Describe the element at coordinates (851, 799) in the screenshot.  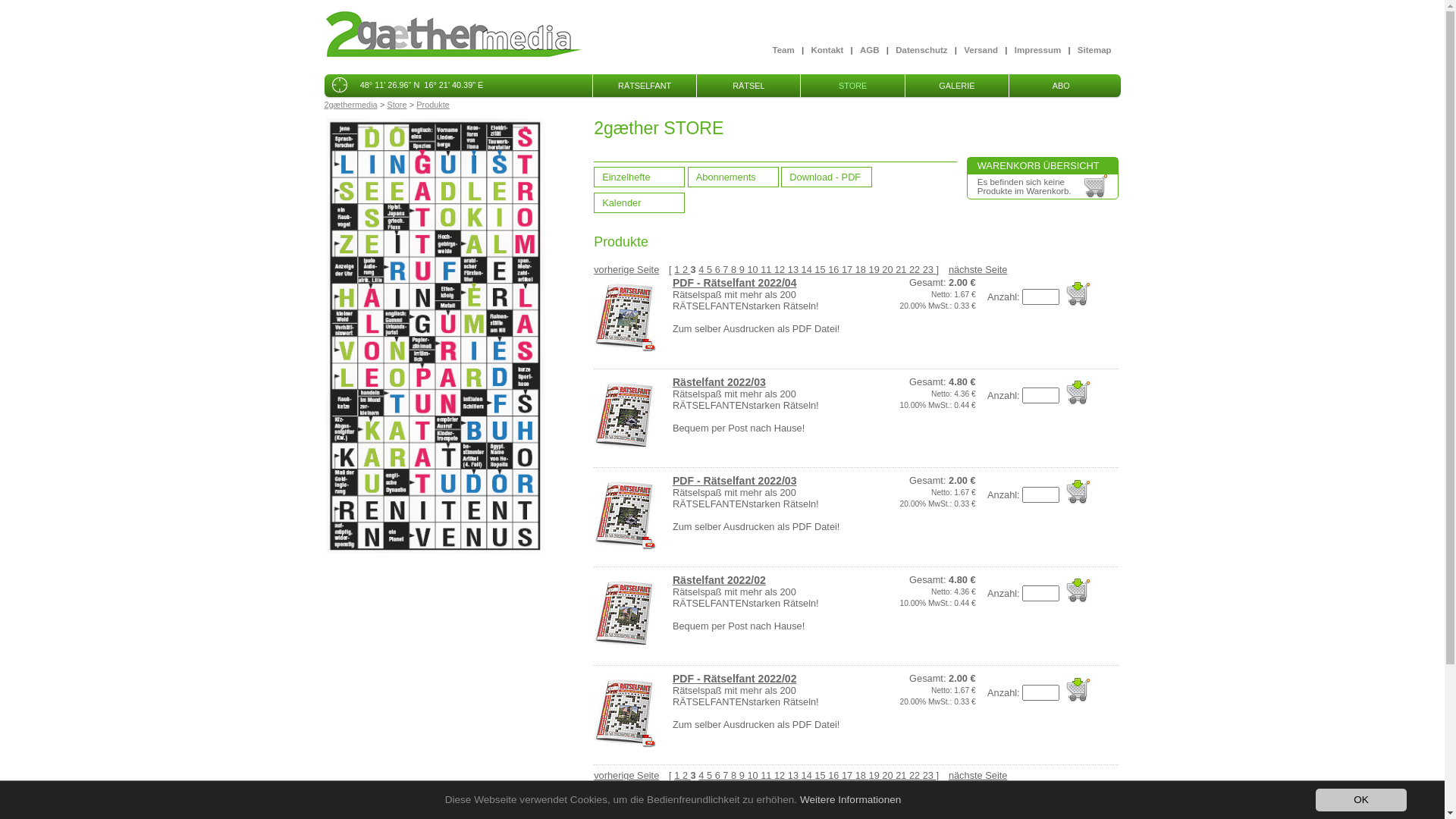
I see `'Weitere Informationen'` at that location.